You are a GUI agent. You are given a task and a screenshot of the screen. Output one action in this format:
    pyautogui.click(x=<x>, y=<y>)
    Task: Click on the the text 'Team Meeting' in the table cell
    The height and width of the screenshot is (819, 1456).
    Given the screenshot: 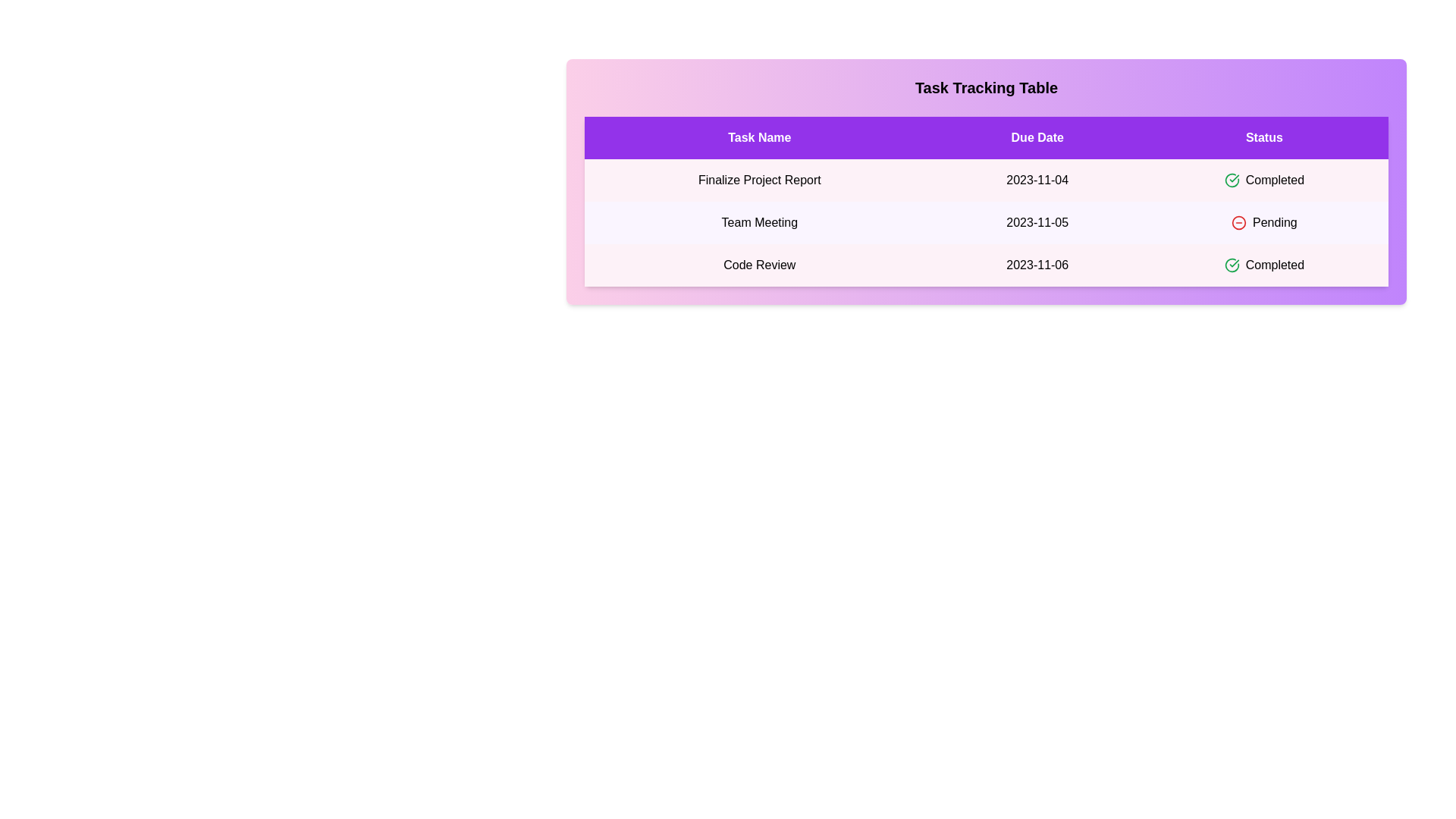 What is the action you would take?
    pyautogui.click(x=759, y=222)
    